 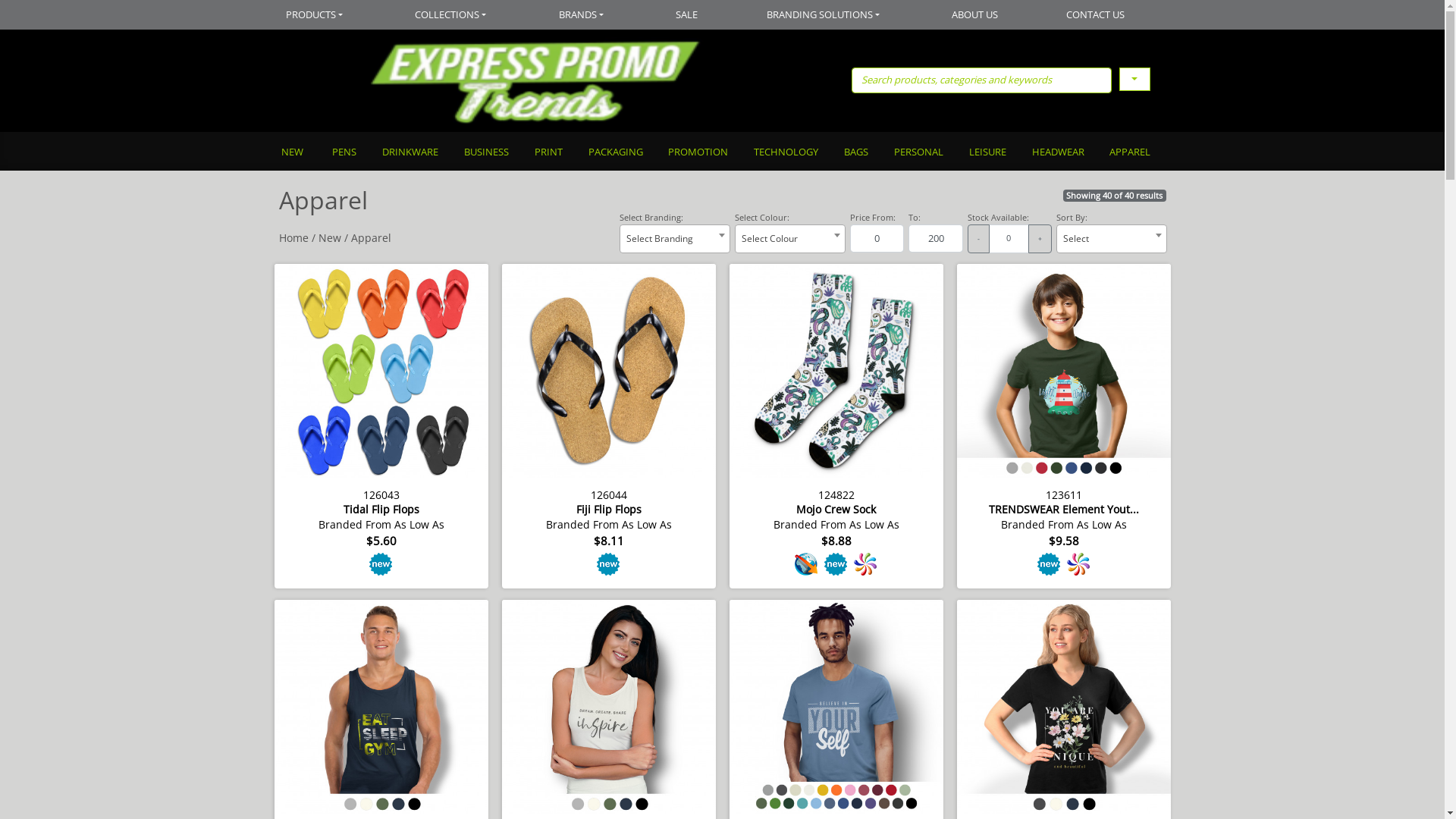 I want to click on 'ABOUT US', so click(x=975, y=14).